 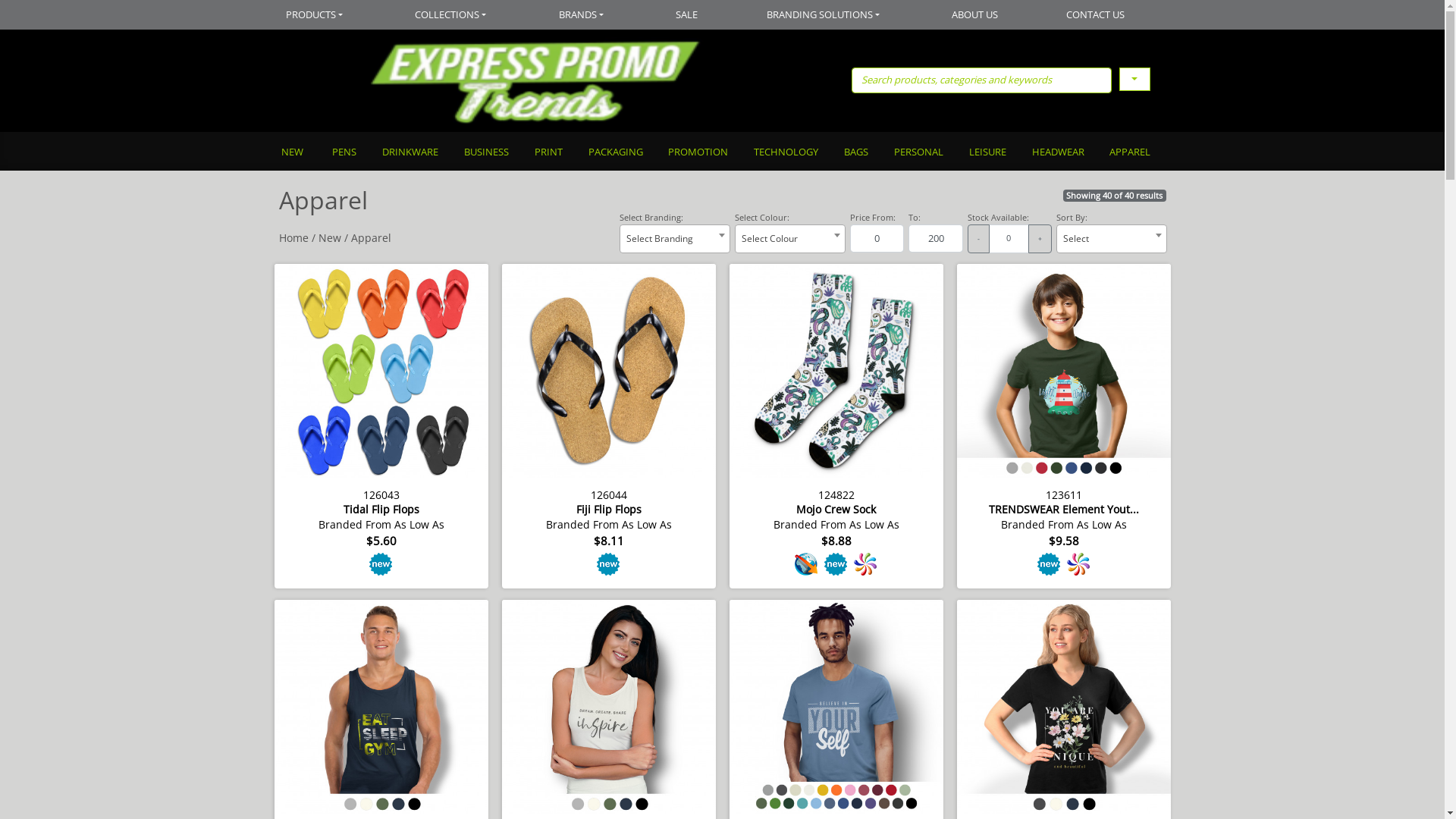 I want to click on 'ABOUT US', so click(x=975, y=14).